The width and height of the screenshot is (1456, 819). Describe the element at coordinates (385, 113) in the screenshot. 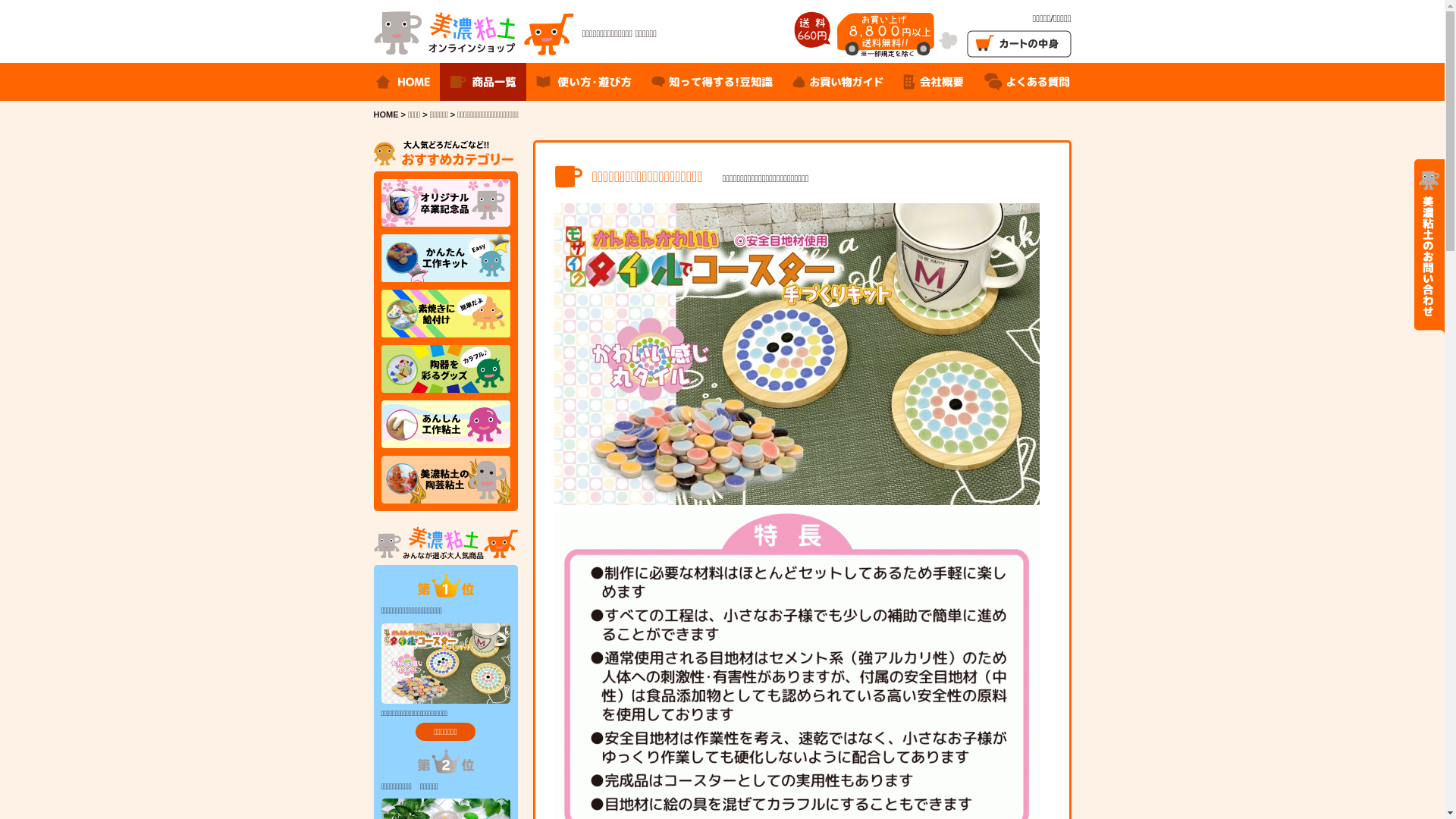

I see `'HOME'` at that location.